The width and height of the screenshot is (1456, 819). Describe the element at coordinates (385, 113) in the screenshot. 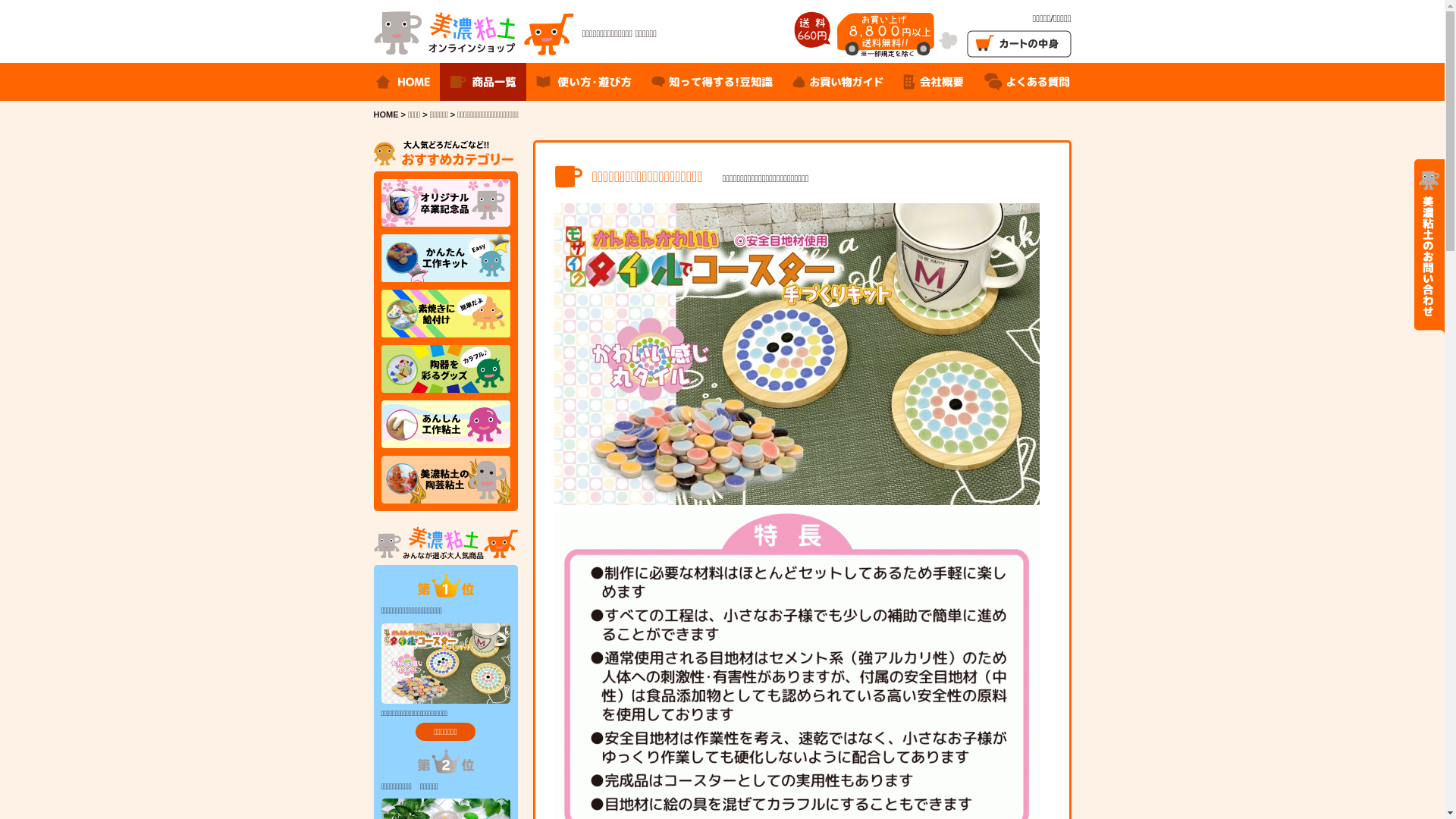

I see `'HOME'` at that location.